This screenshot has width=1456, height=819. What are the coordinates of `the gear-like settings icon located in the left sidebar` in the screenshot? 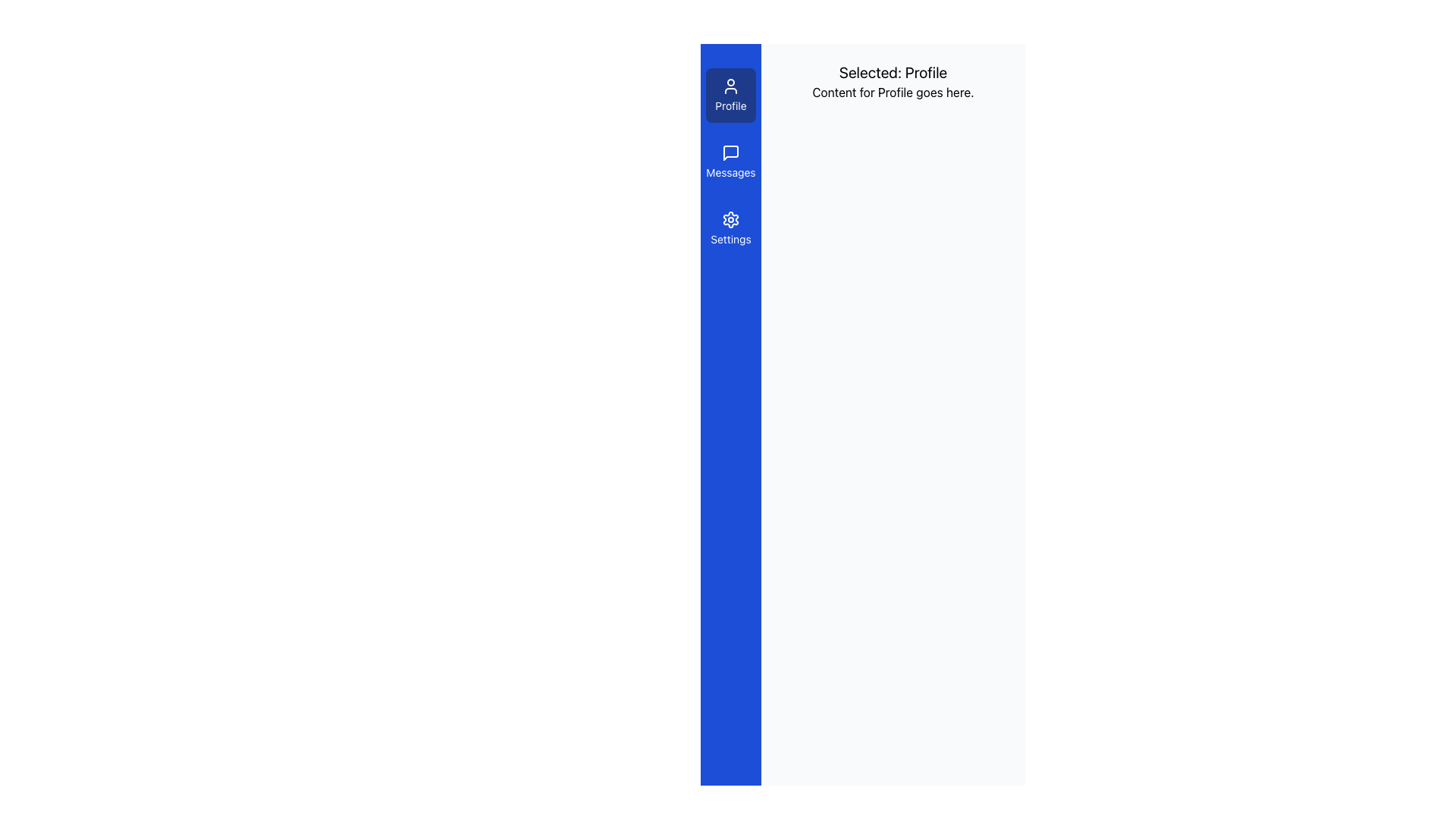 It's located at (731, 219).